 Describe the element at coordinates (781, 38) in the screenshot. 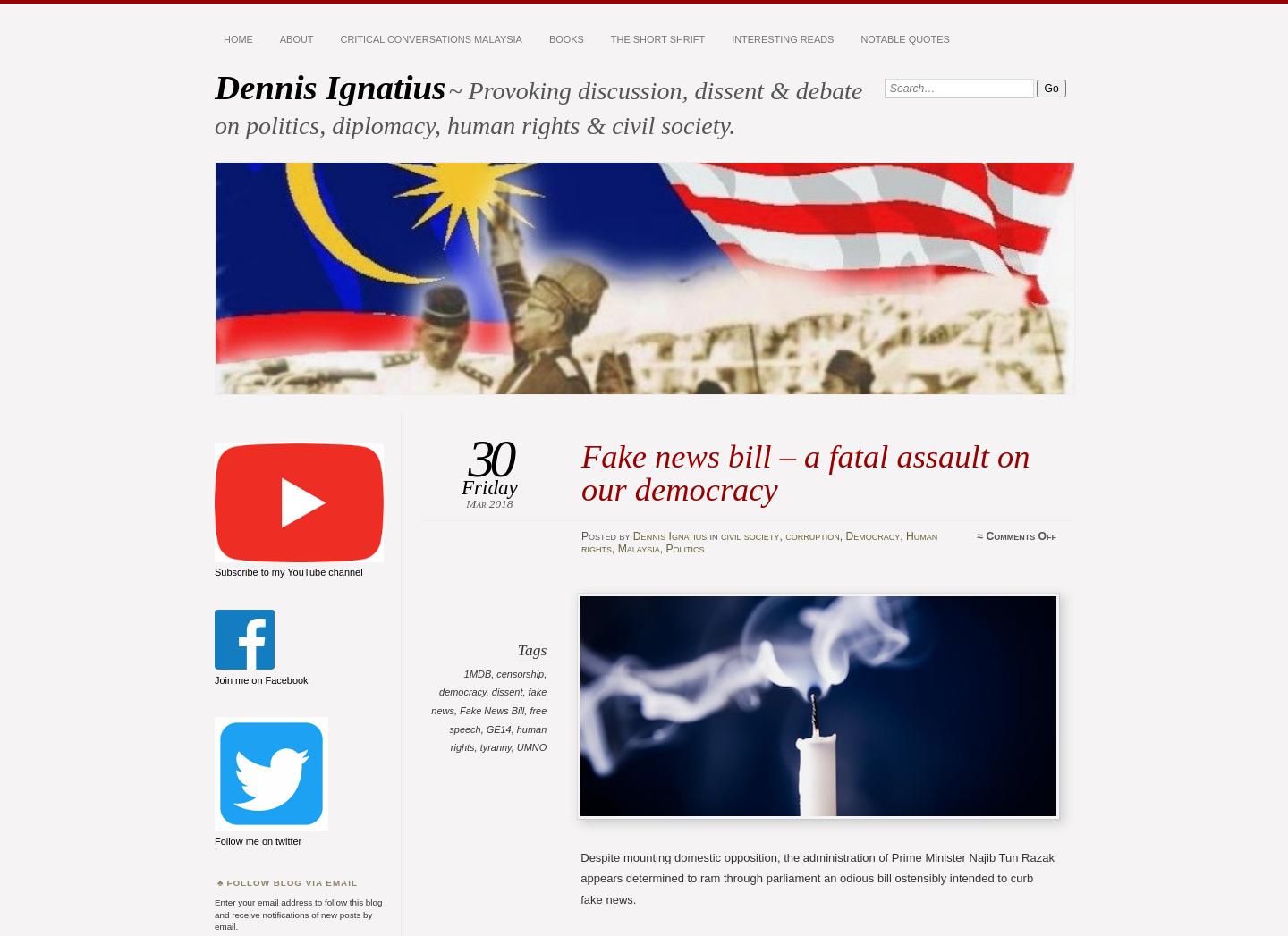

I see `'Interesting Reads'` at that location.